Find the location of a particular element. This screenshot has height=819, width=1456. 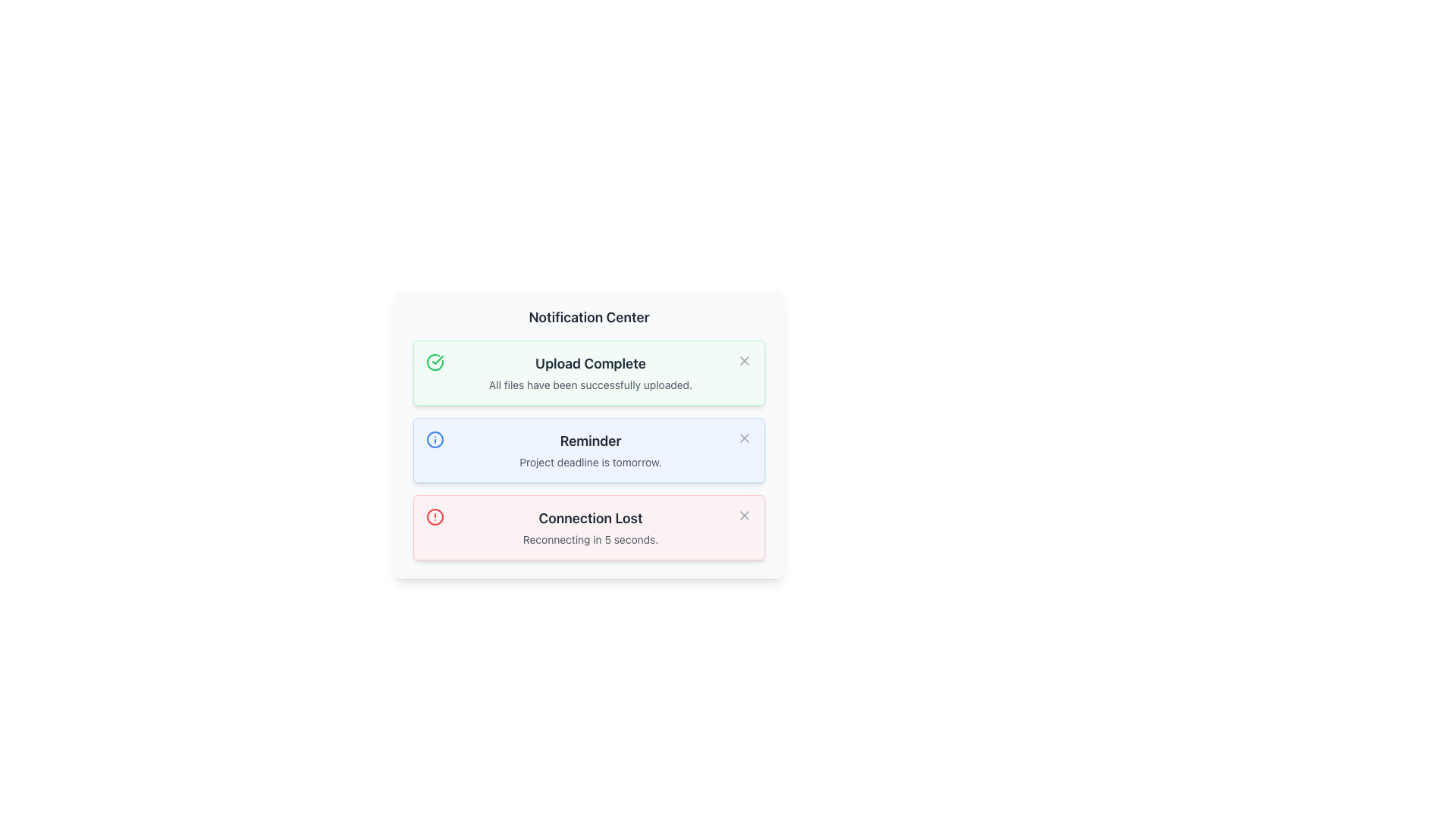

the circular green checkmark icon located in the upper-left corner of the 'Upload Complete' panel within the notification list is located at coordinates (435, 362).